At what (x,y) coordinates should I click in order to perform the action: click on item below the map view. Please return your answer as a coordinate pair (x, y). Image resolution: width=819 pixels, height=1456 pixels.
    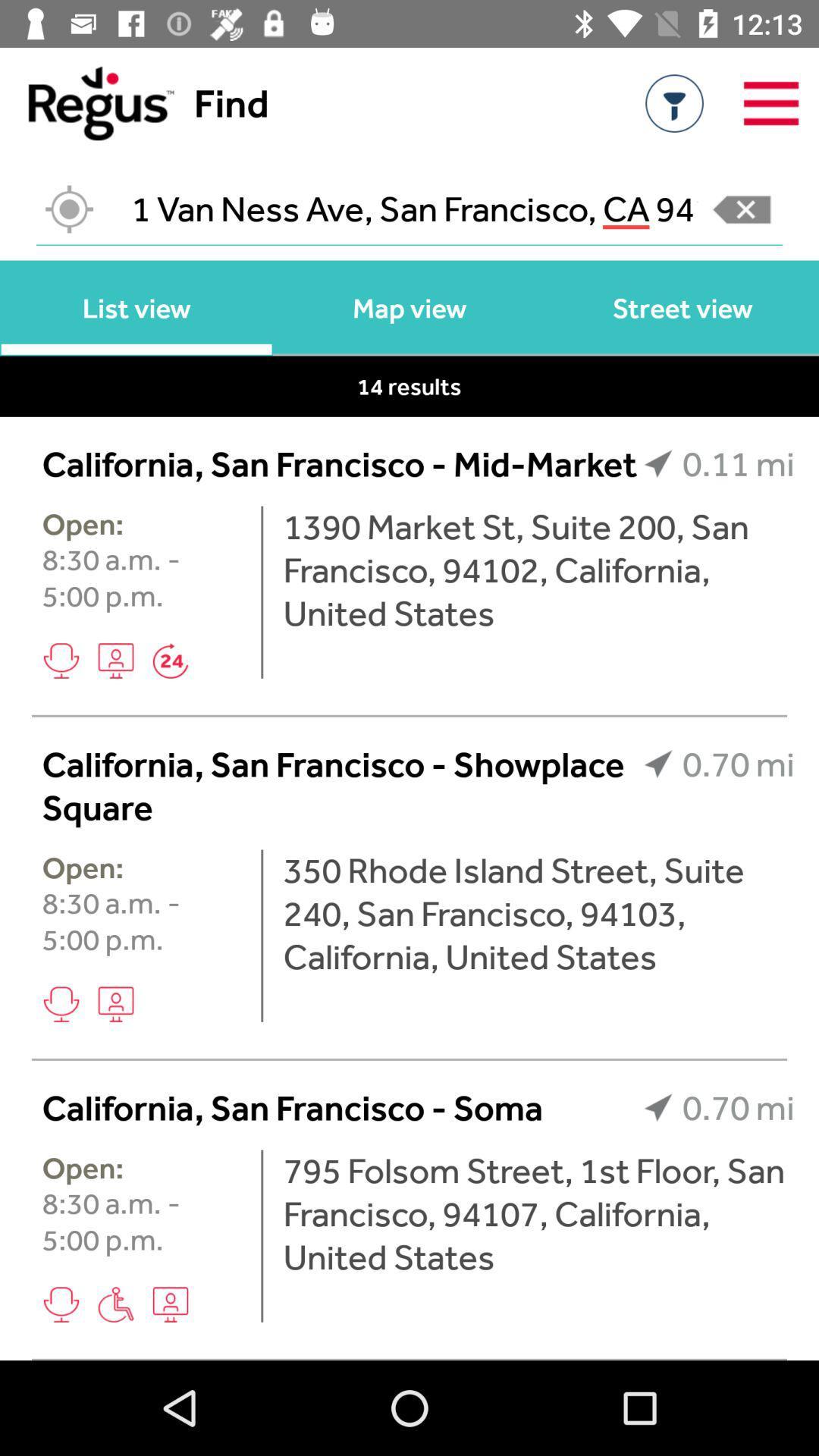
    Looking at the image, I should click on (408, 386).